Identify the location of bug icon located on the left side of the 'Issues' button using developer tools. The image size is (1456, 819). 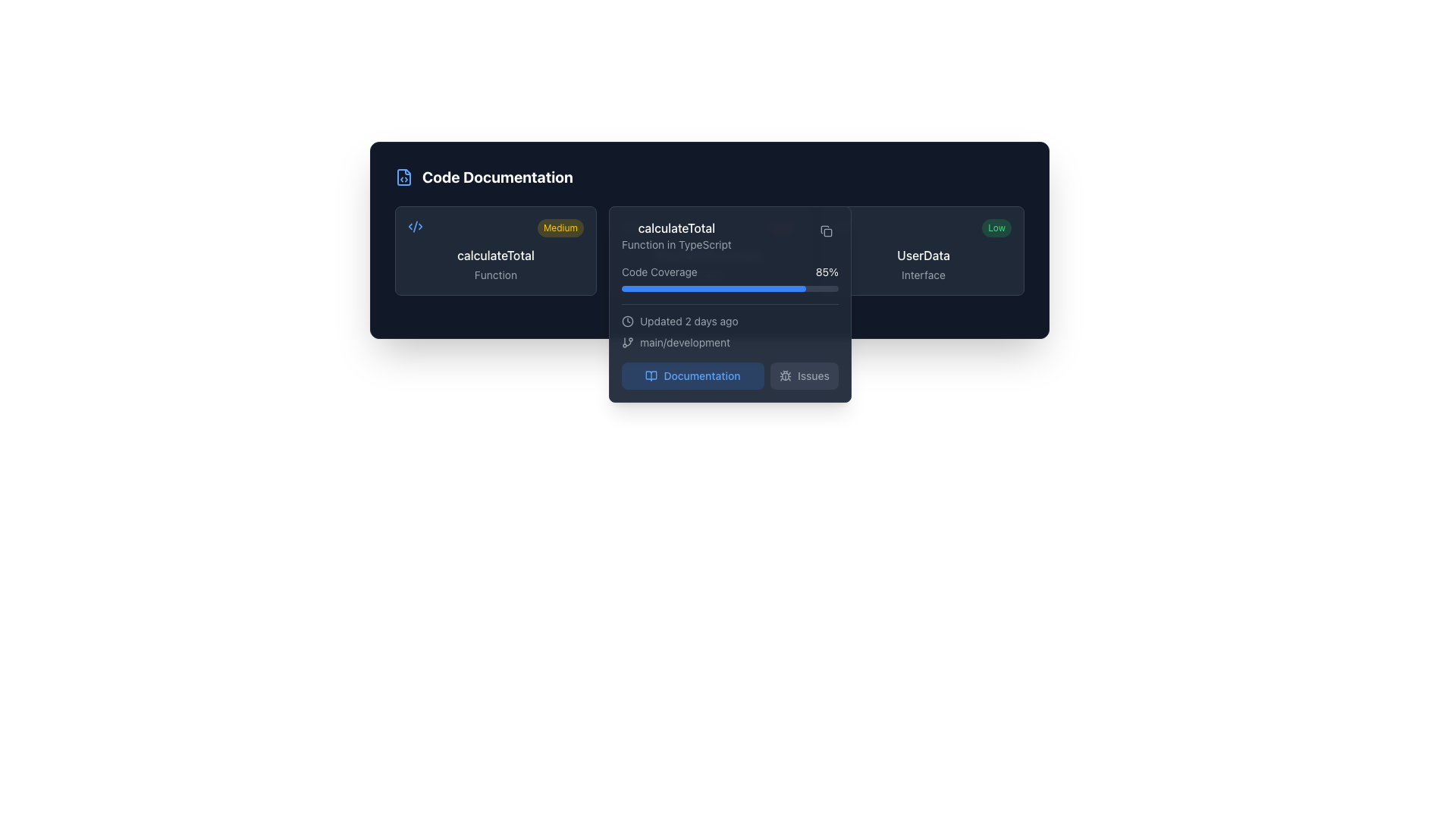
(786, 375).